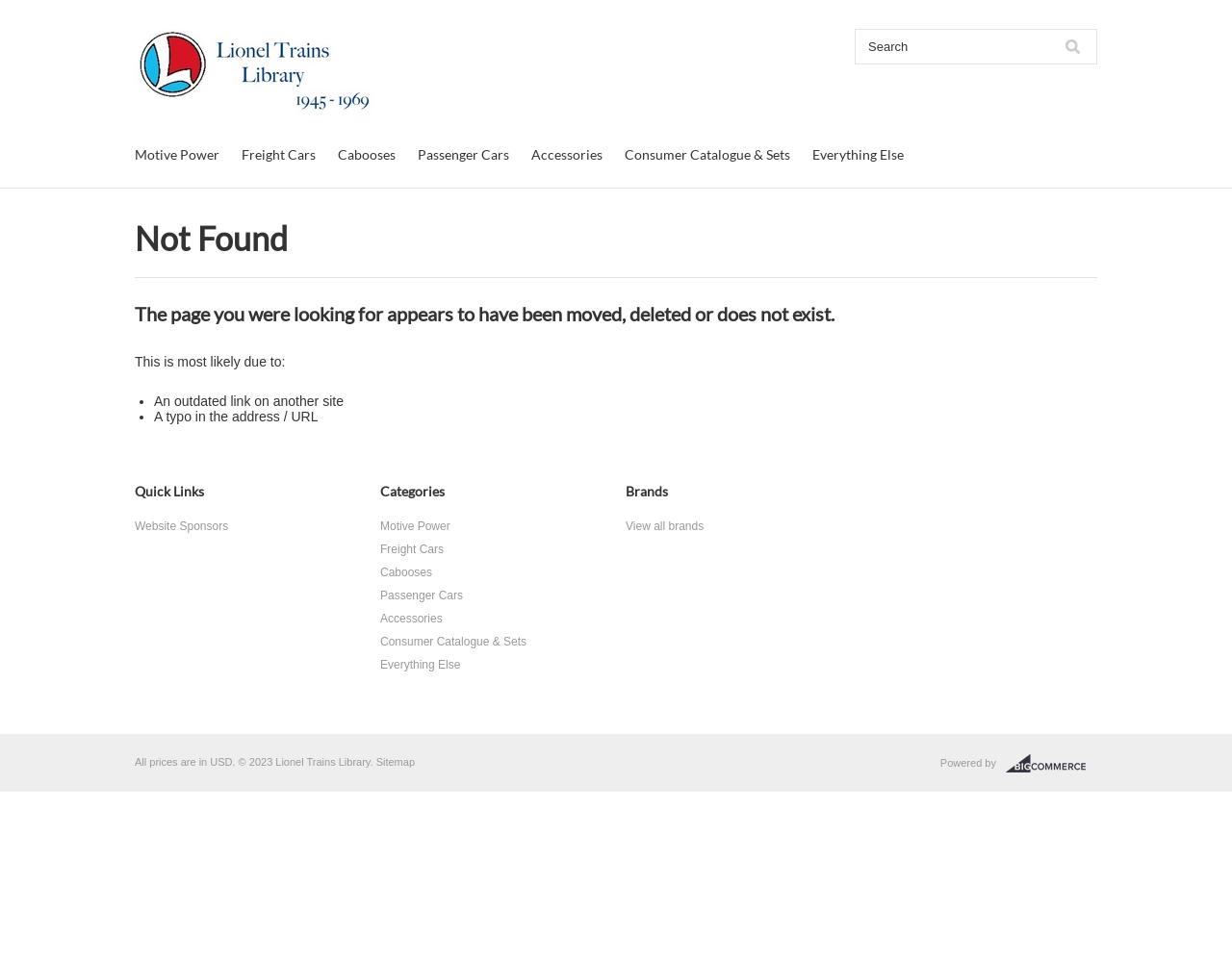 This screenshot has height=962, width=1232. Describe the element at coordinates (367, 154) in the screenshot. I see `'Cabooses'` at that location.